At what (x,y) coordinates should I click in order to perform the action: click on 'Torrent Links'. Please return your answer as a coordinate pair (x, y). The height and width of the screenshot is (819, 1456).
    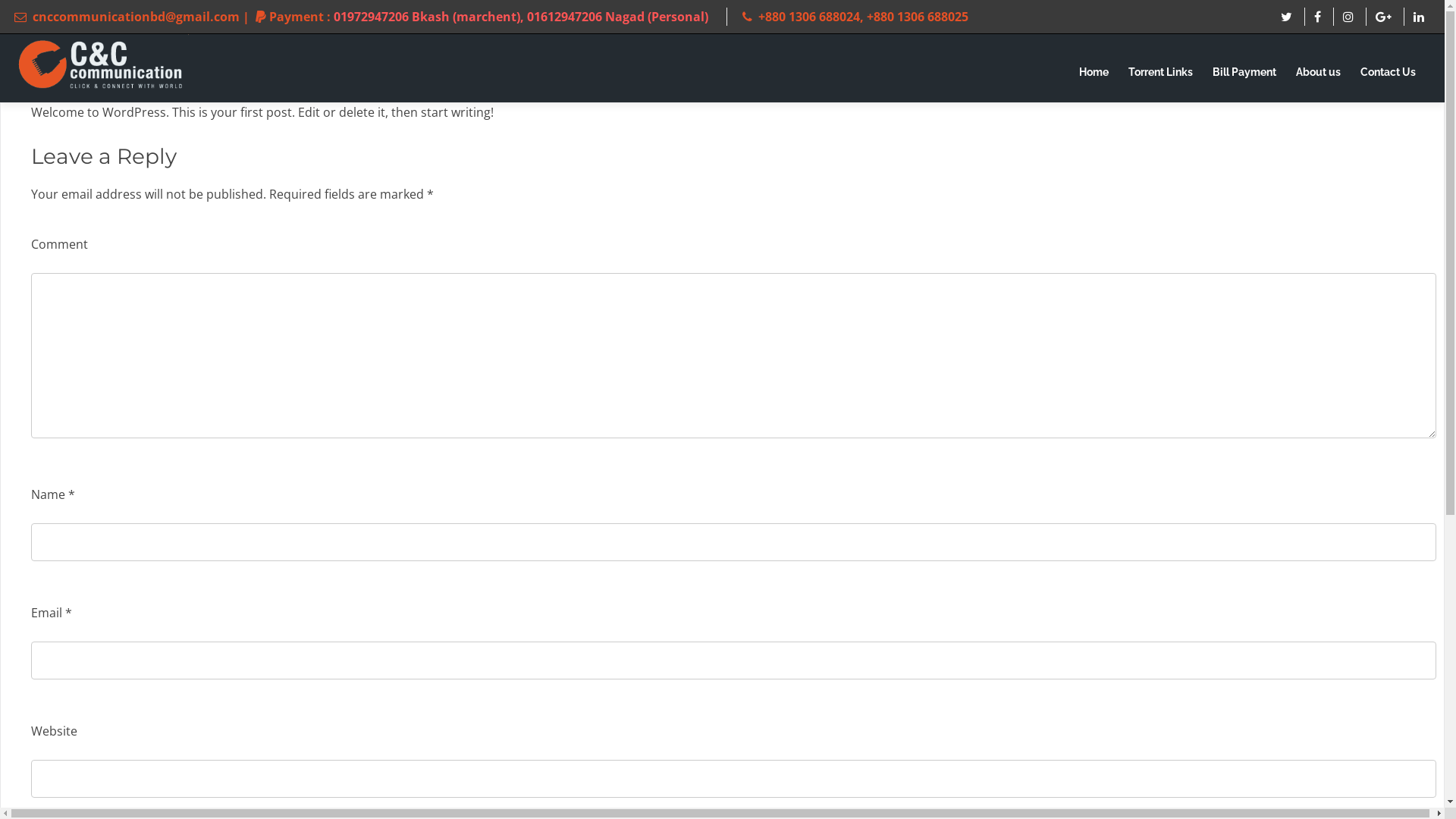
    Looking at the image, I should click on (1122, 72).